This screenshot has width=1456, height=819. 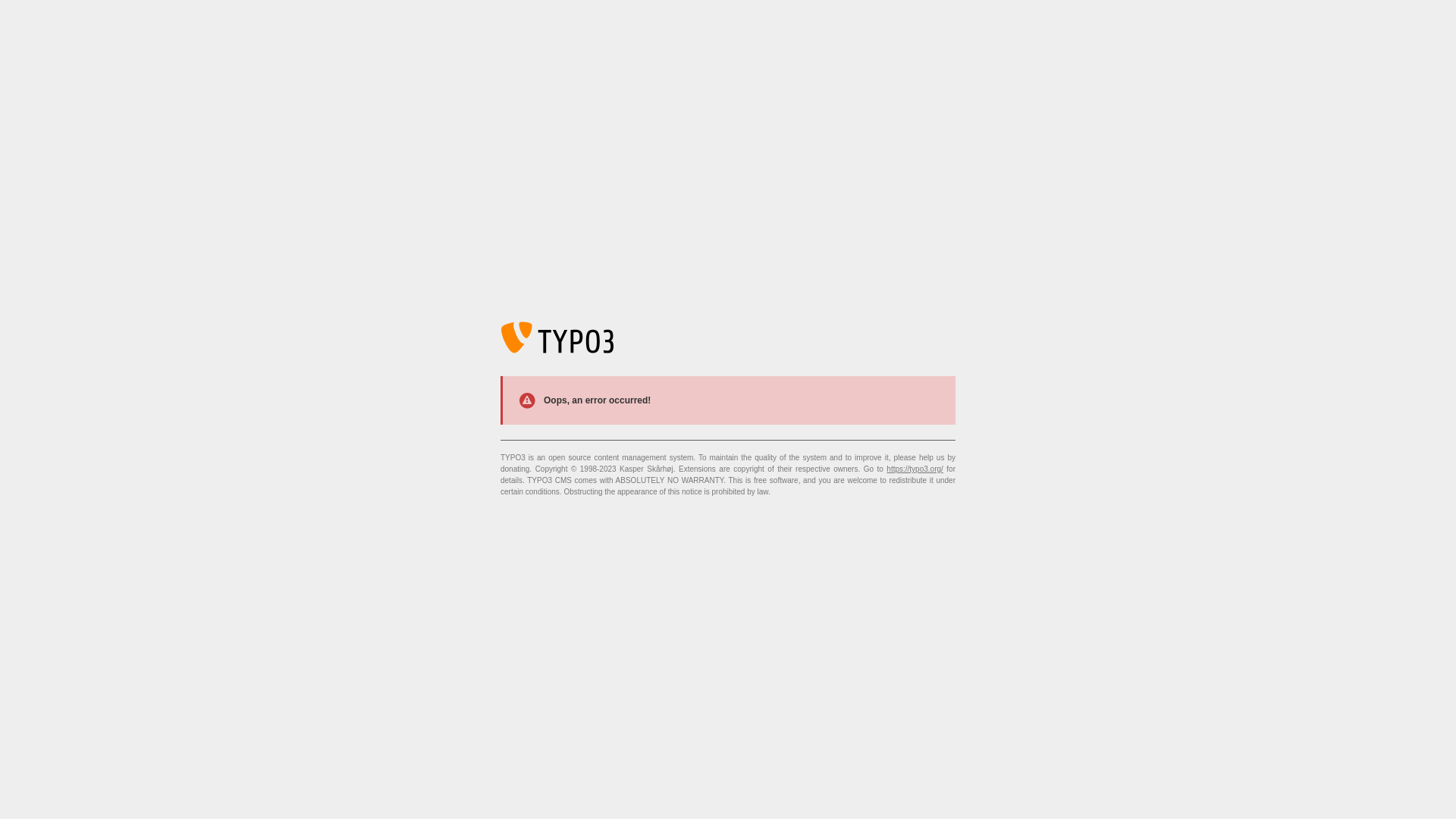 What do you see at coordinates (886, 468) in the screenshot?
I see `'https://typo3.org/'` at bounding box center [886, 468].